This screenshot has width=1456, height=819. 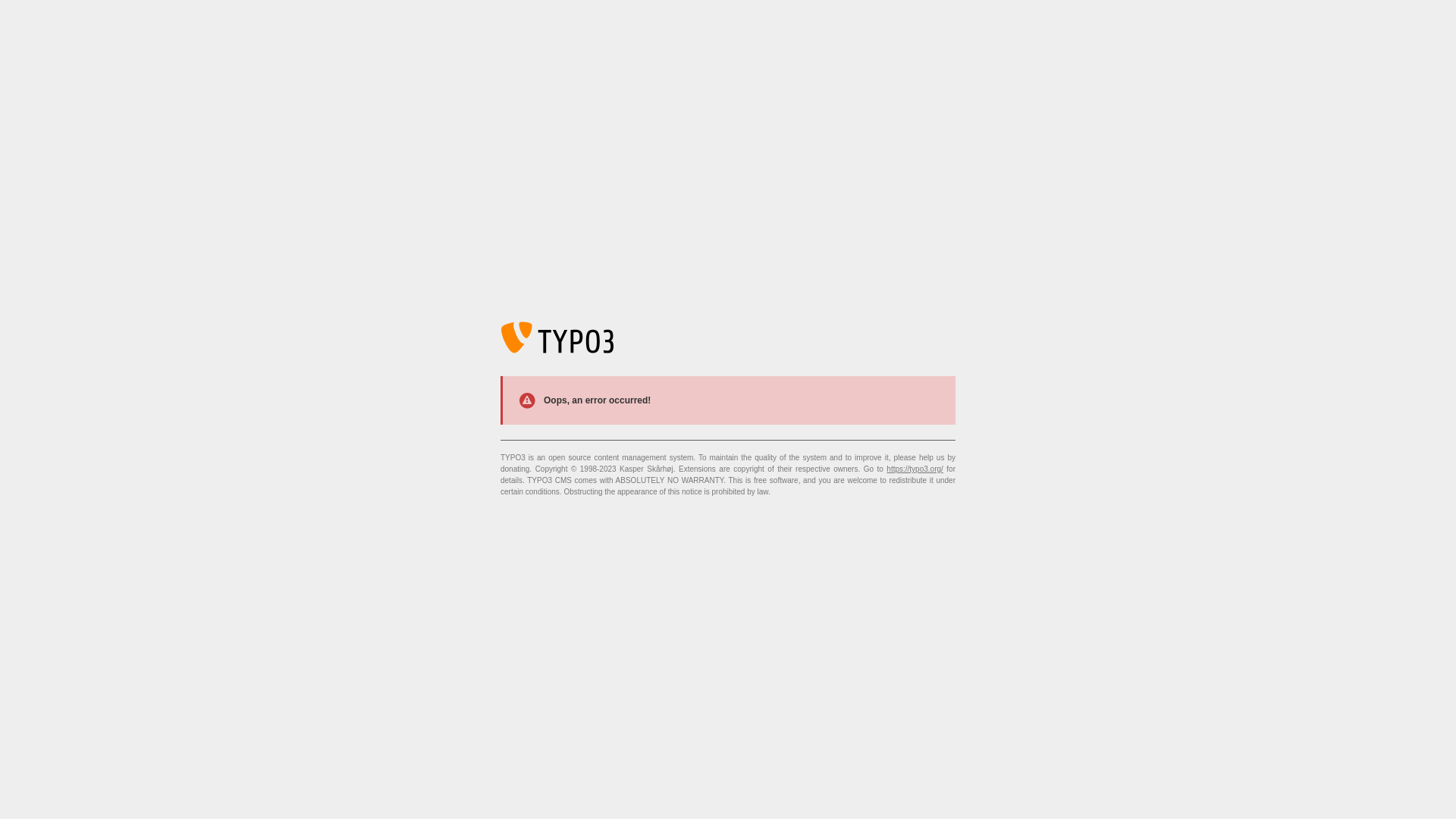 What do you see at coordinates (886, 468) in the screenshot?
I see `'https://typo3.org/'` at bounding box center [886, 468].